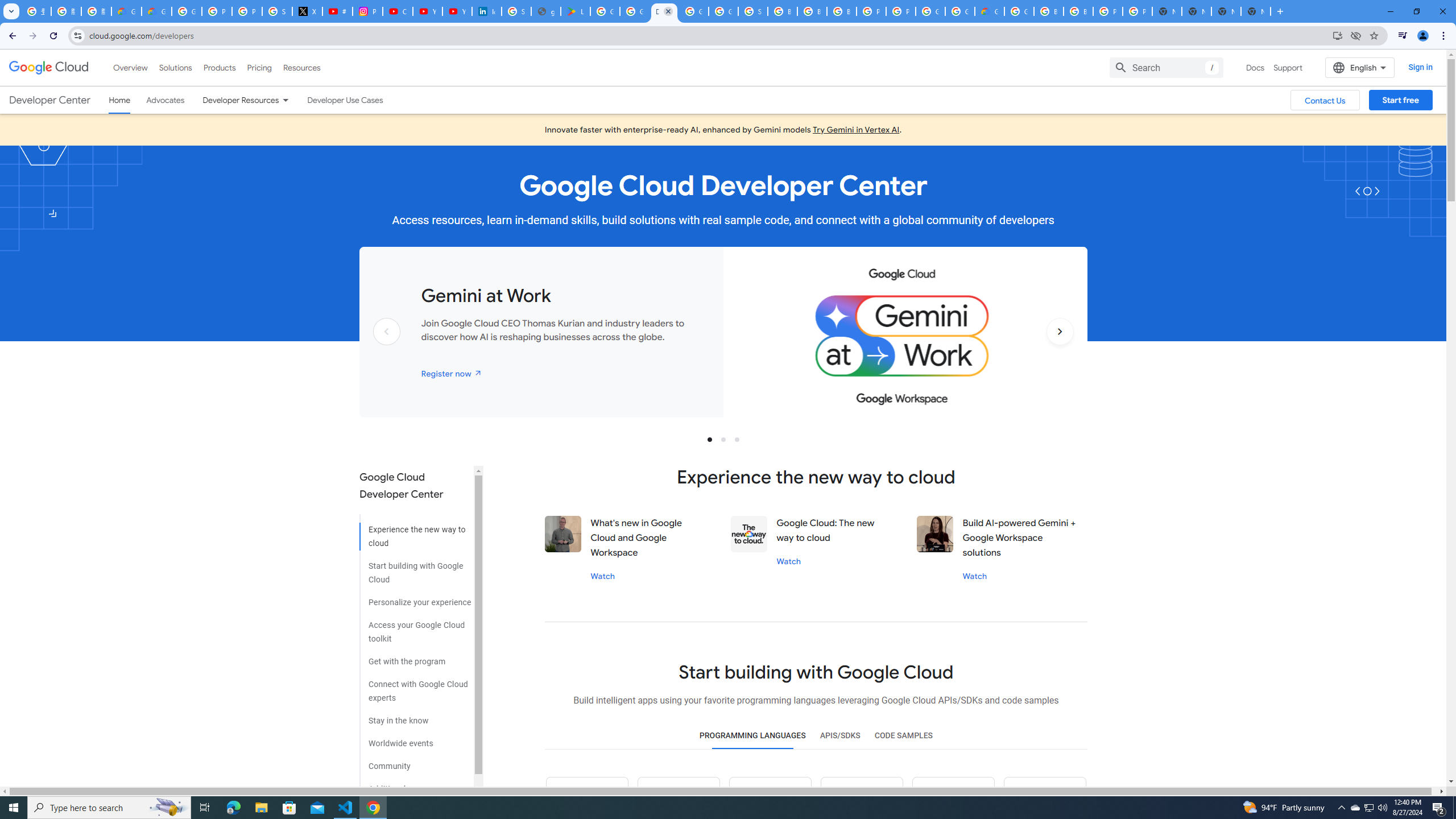 Image resolution: width=1456 pixels, height=819 pixels. I want to click on 'Pricing', so click(259, 67).